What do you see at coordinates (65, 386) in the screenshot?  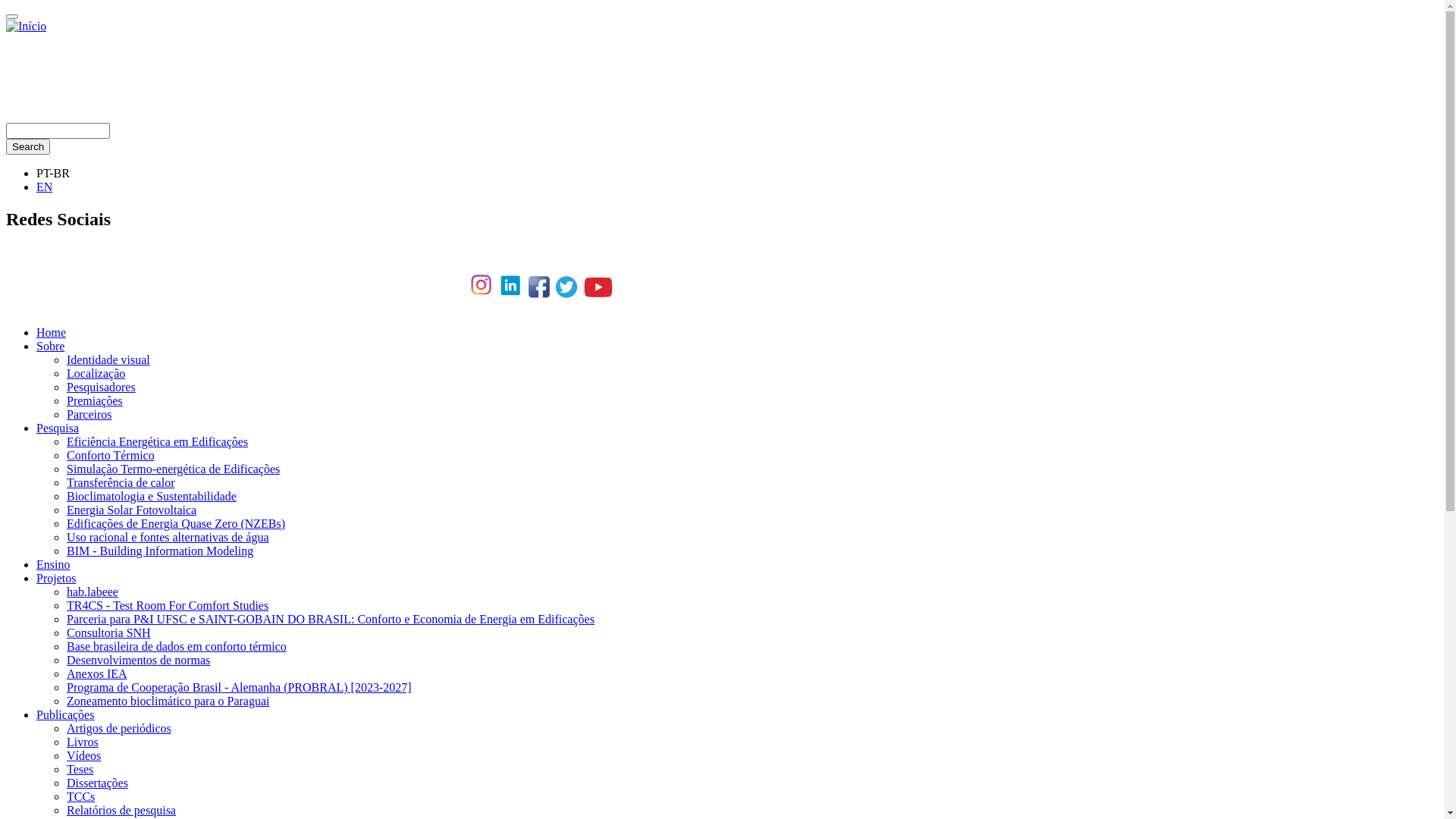 I see `'Pesquisadores'` at bounding box center [65, 386].